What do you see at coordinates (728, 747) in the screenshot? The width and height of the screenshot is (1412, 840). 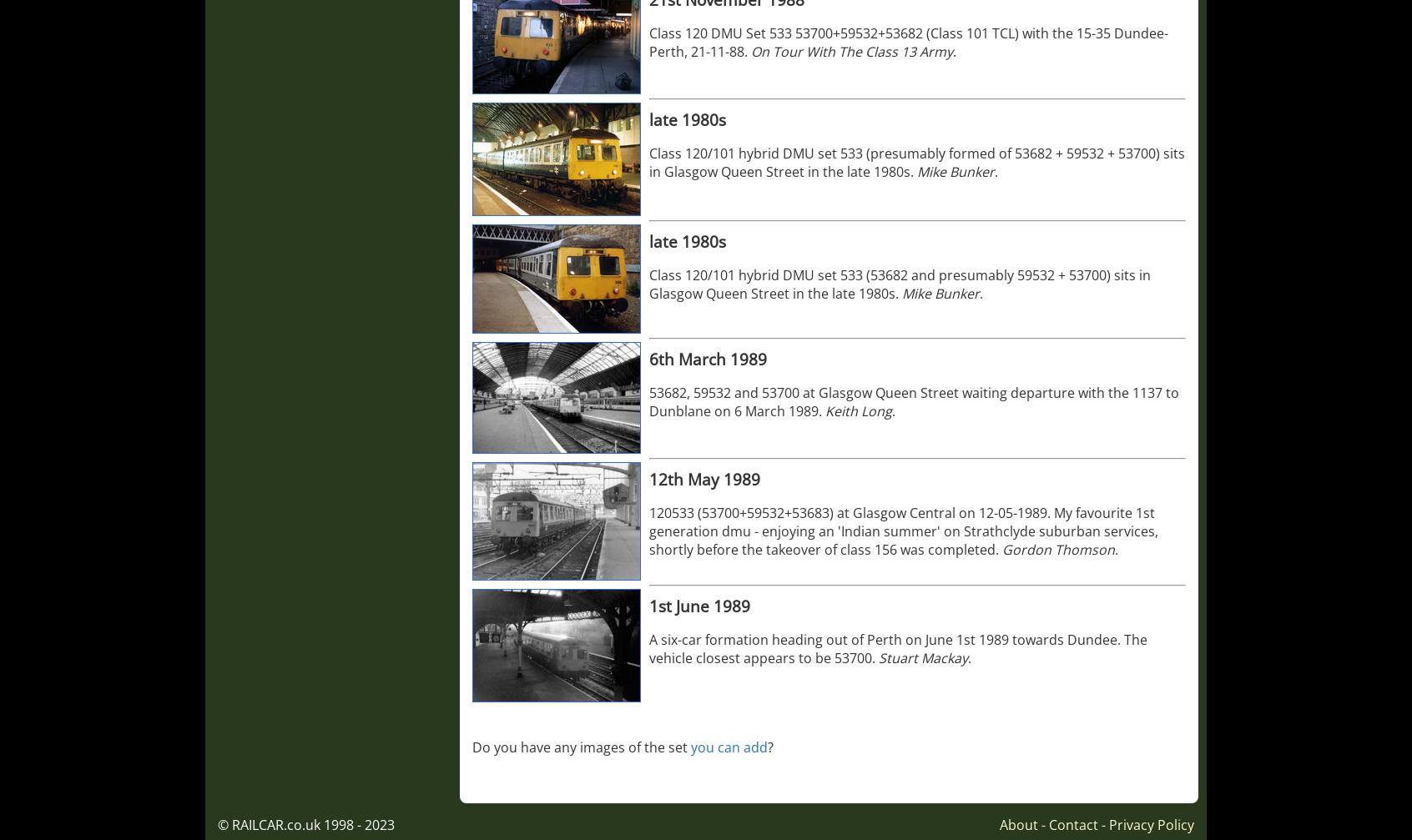 I see `'you can add'` at bounding box center [728, 747].